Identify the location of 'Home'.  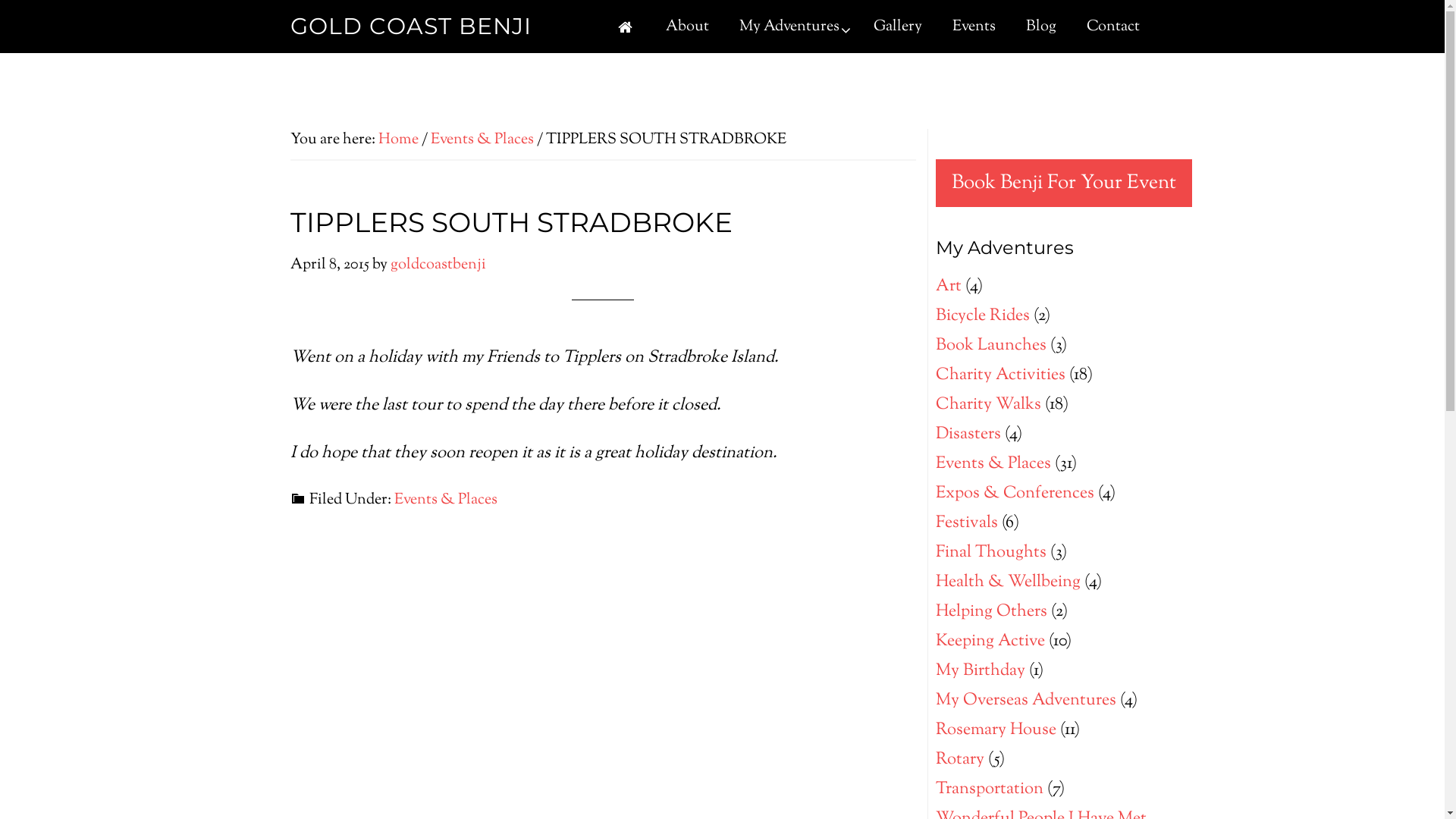
(378, 140).